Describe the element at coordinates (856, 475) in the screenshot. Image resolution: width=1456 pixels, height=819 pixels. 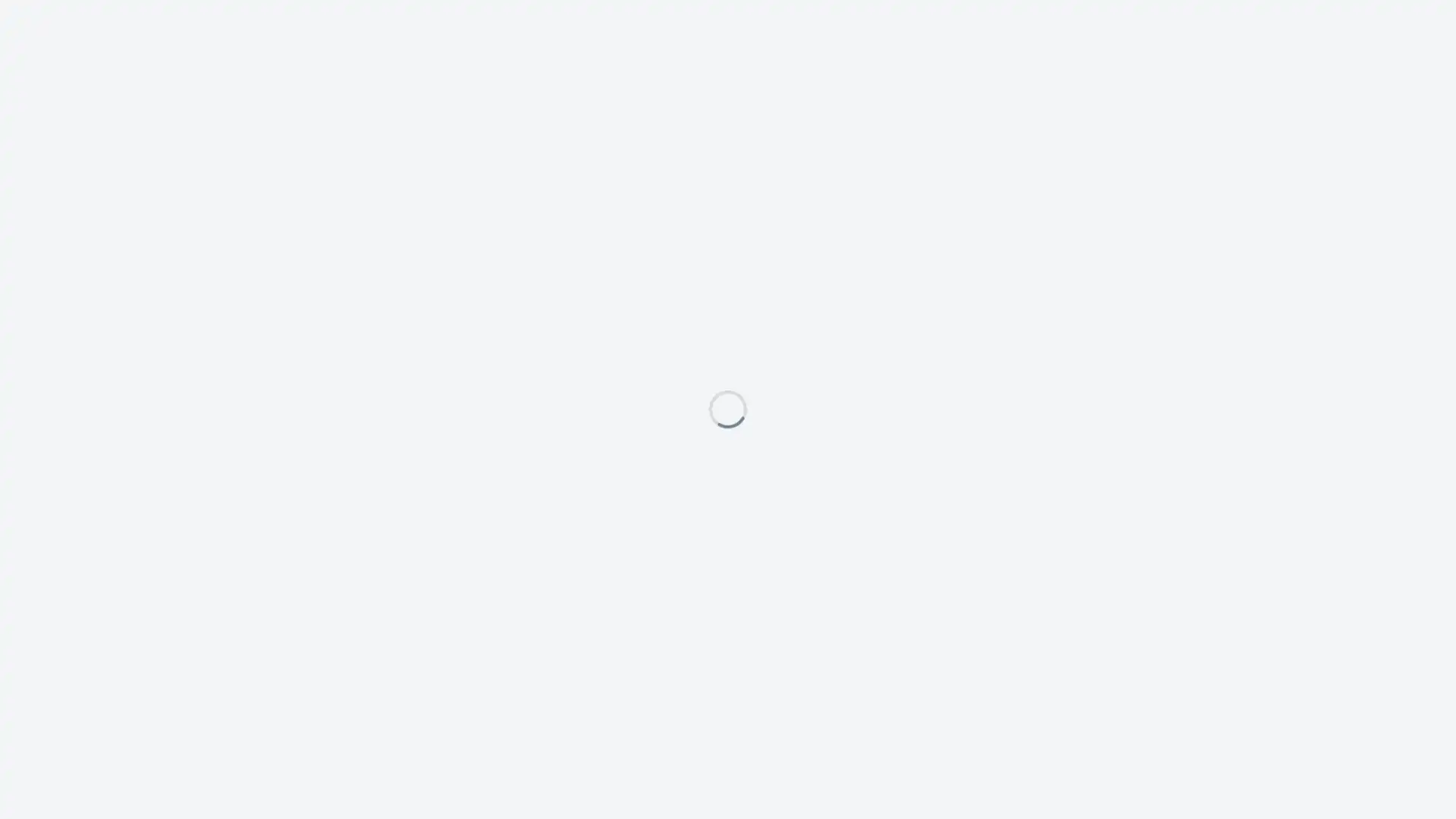
I see `Continue` at that location.